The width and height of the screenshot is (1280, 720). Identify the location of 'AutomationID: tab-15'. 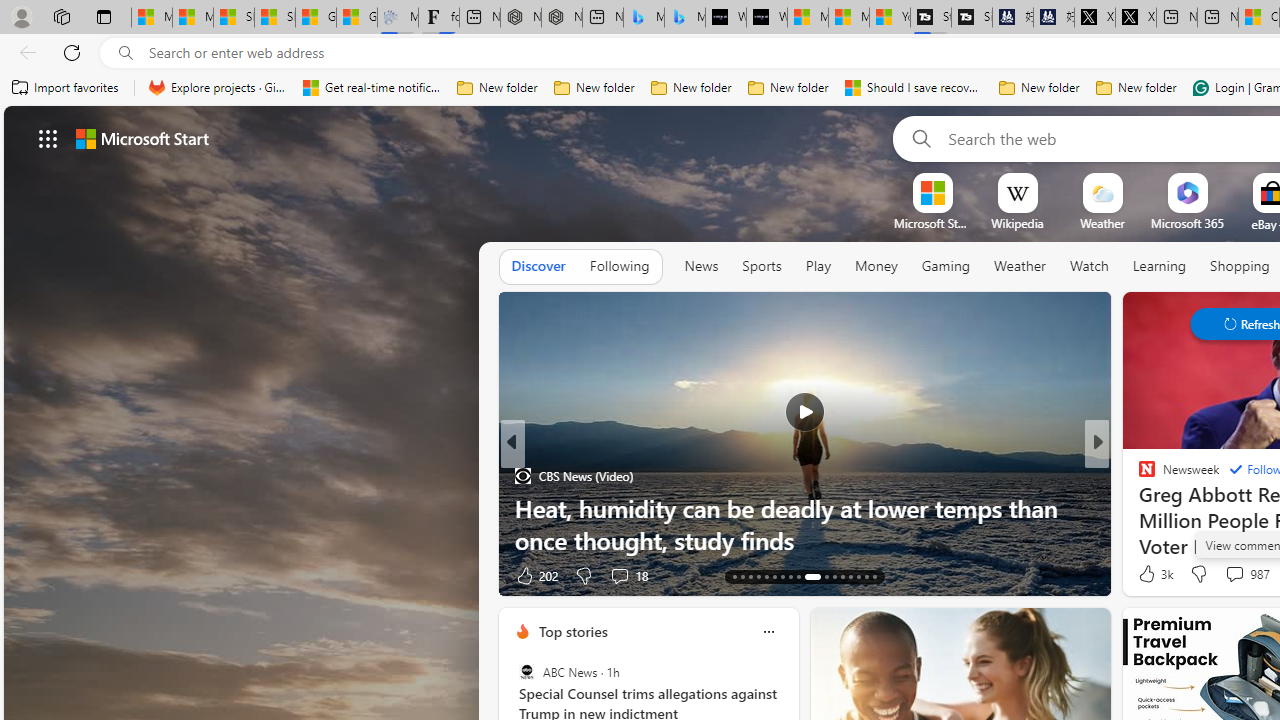
(749, 577).